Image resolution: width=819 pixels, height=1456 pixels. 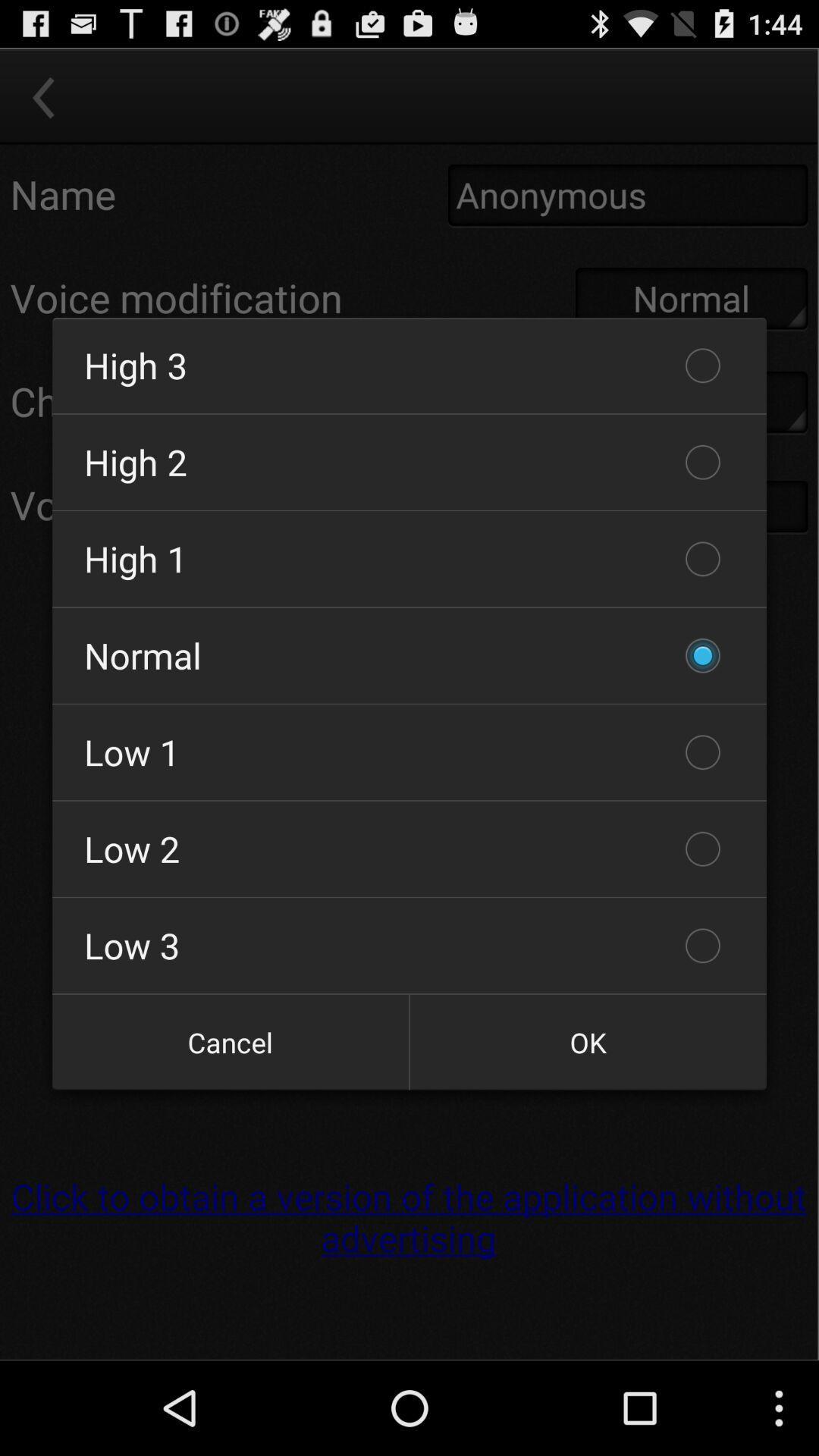 I want to click on the cancel icon, so click(x=231, y=1041).